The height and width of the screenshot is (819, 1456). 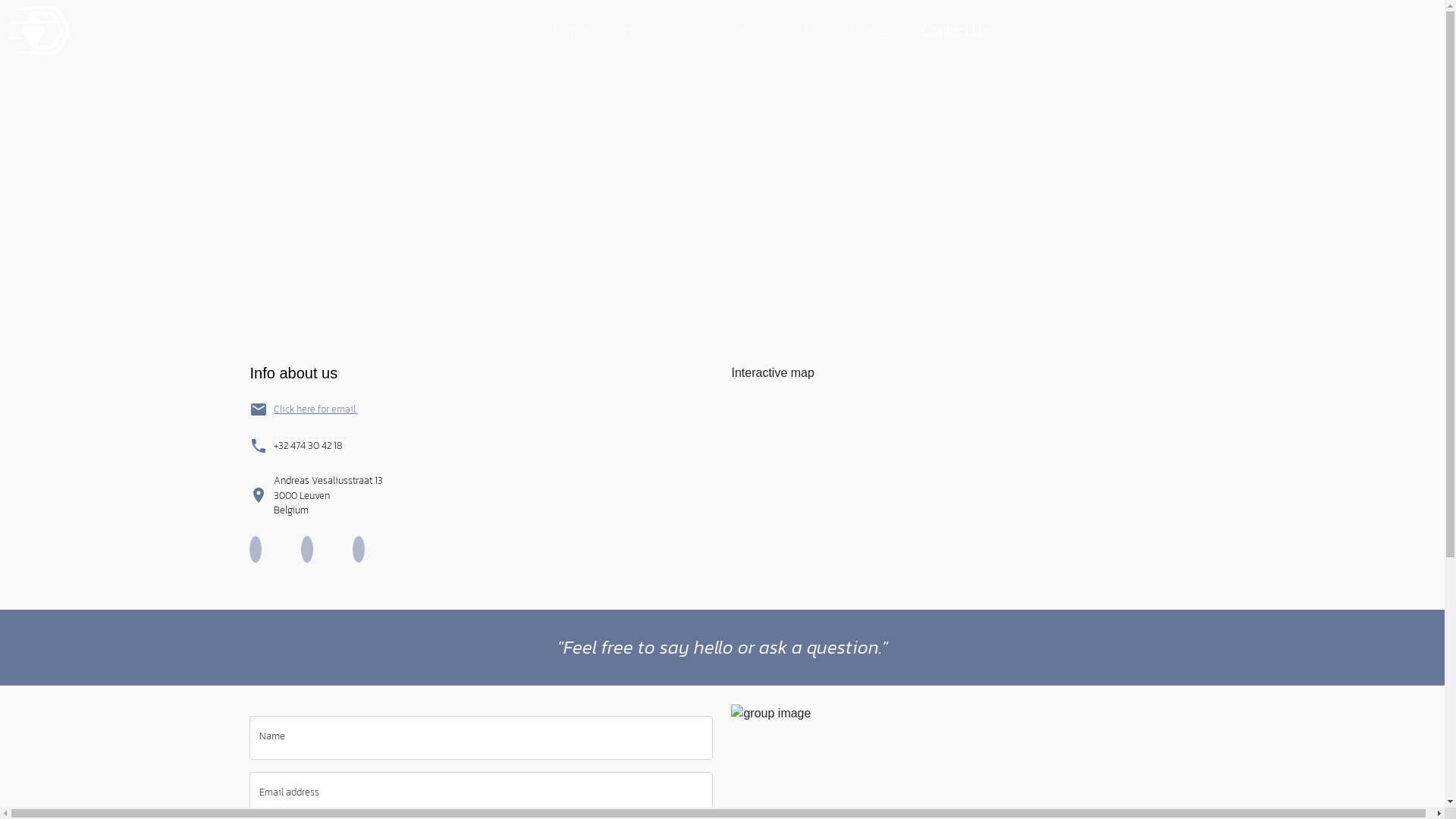 I want to click on 'Partners', so click(x=871, y=30).